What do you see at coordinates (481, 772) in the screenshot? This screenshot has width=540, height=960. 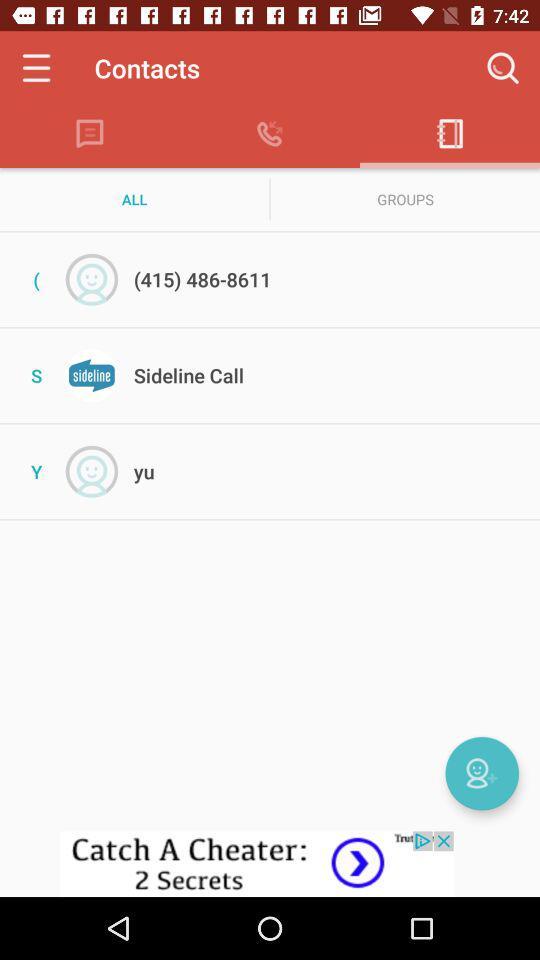 I see `new contact option` at bounding box center [481, 772].